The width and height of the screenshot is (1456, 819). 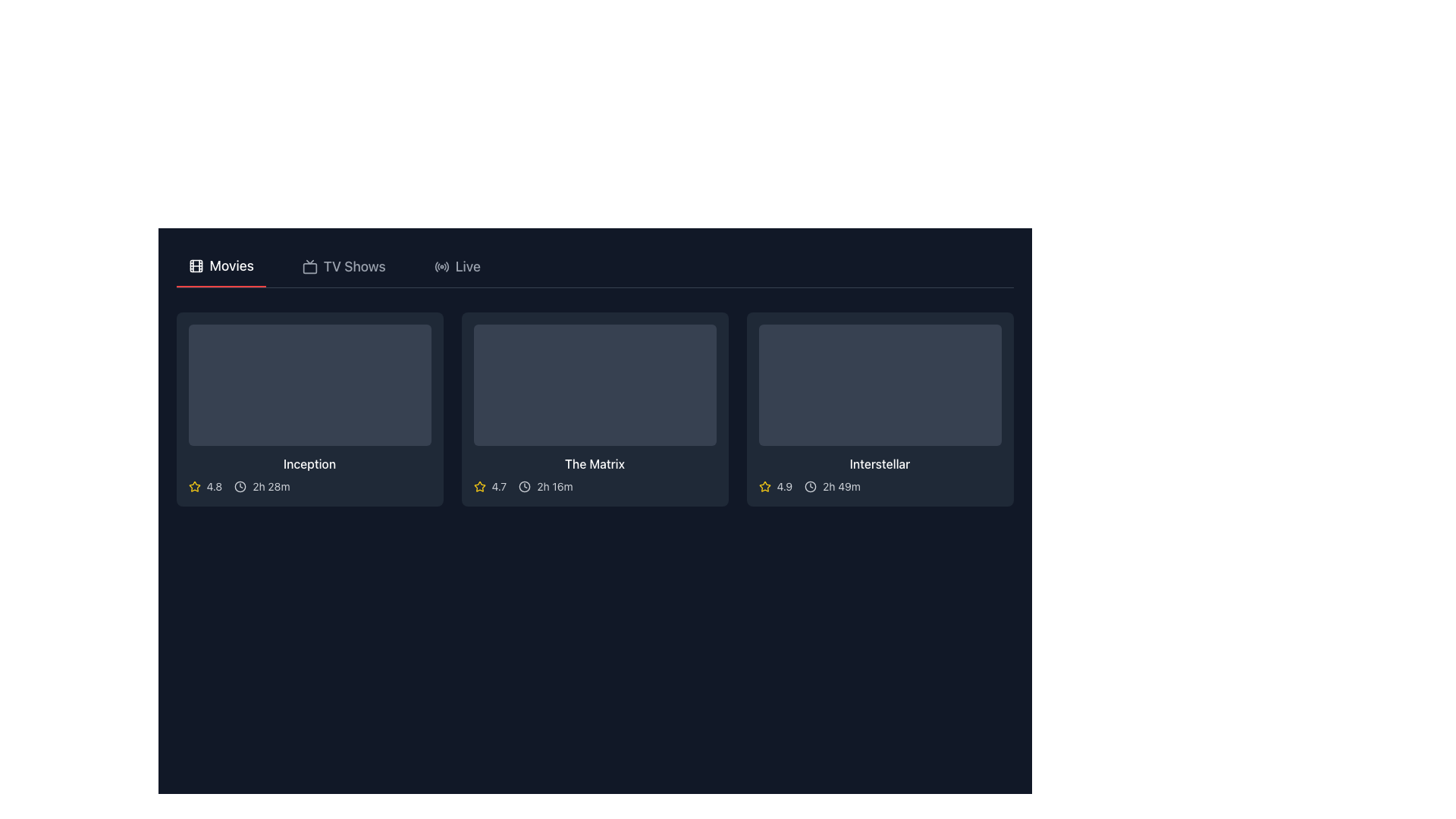 What do you see at coordinates (343, 265) in the screenshot?
I see `the navigation button for TV Shows located in the horizontal navigation bar between the 'Movies' and 'Live' buttons to redirect to the TV content section` at bounding box center [343, 265].